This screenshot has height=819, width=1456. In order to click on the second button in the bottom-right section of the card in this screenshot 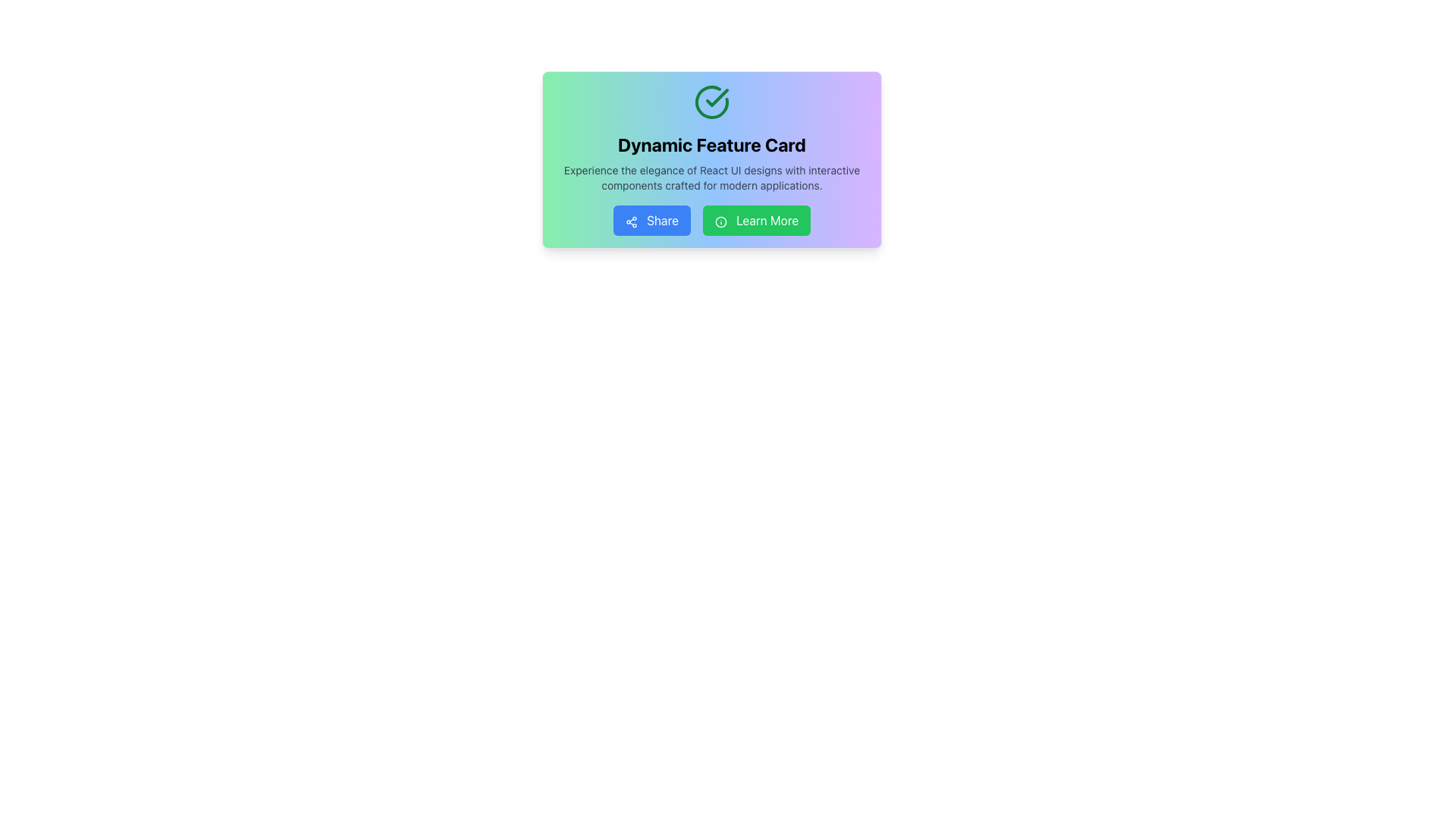, I will do `click(757, 220)`.